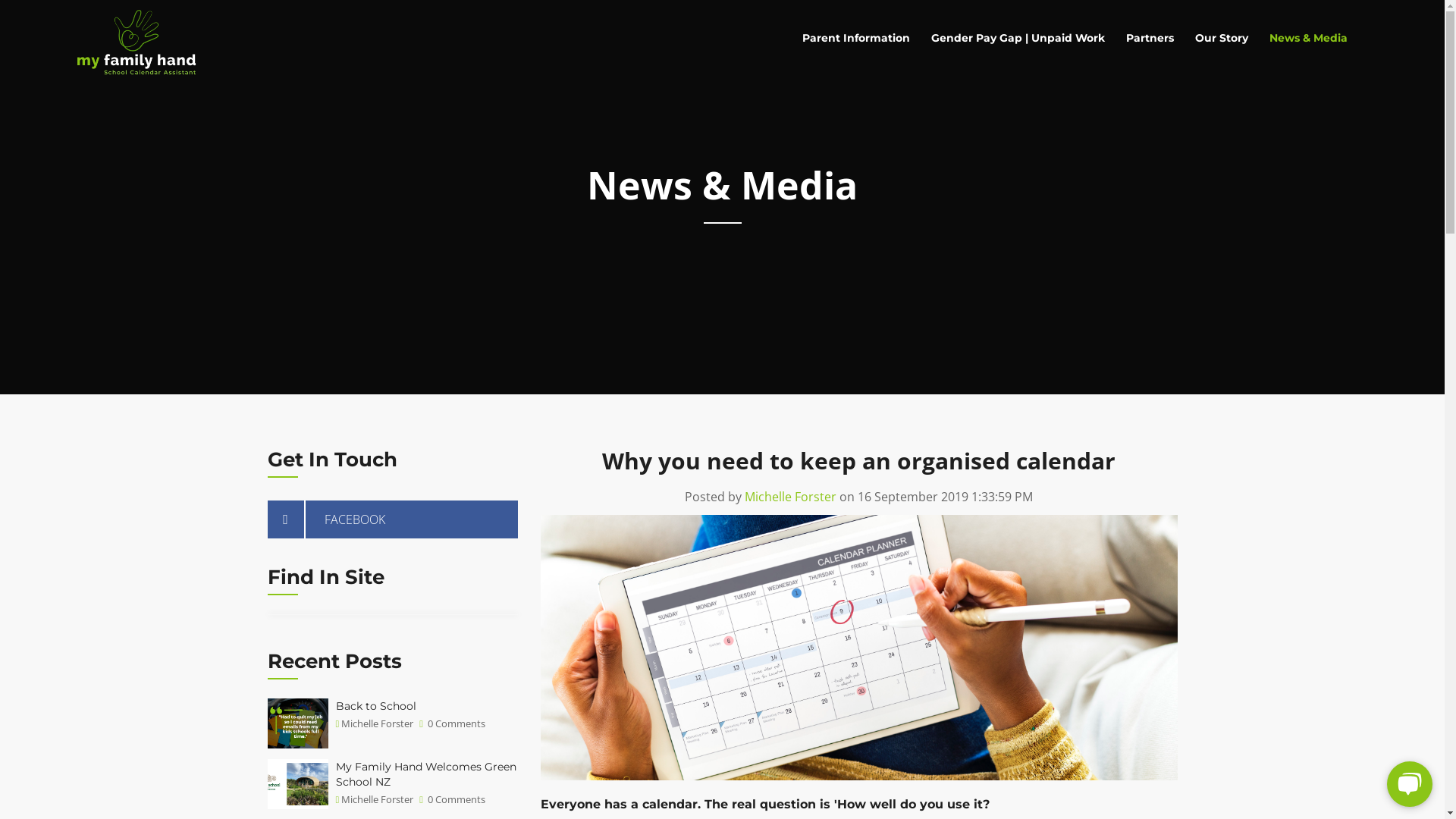 This screenshot has width=1456, height=819. I want to click on 'Gender Pay Gap | Unpaid Work', so click(1018, 37).